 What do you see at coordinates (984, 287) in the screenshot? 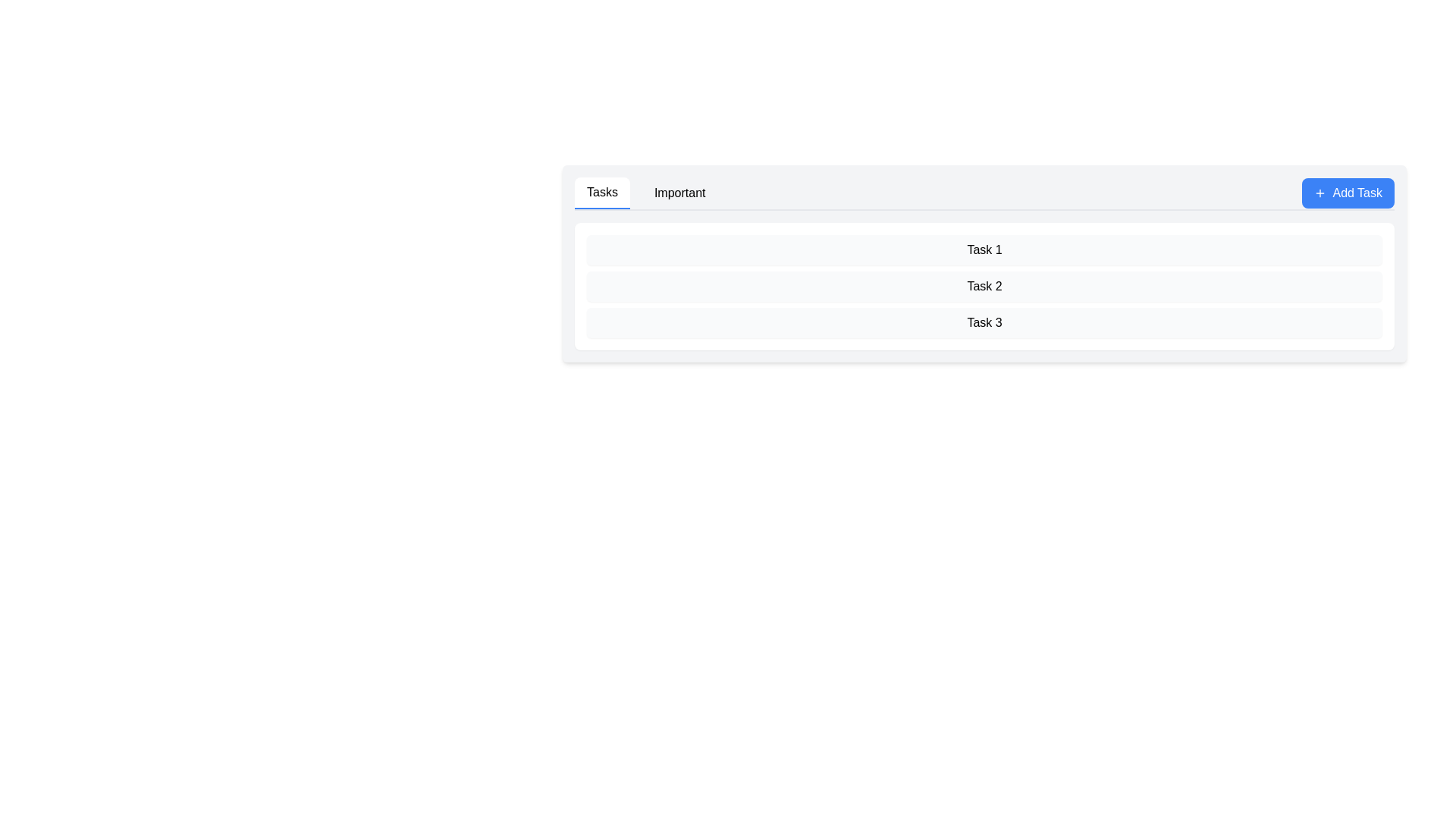
I see `the static text label displaying 'Task 2', which is the second item in a vertical list of task items` at bounding box center [984, 287].